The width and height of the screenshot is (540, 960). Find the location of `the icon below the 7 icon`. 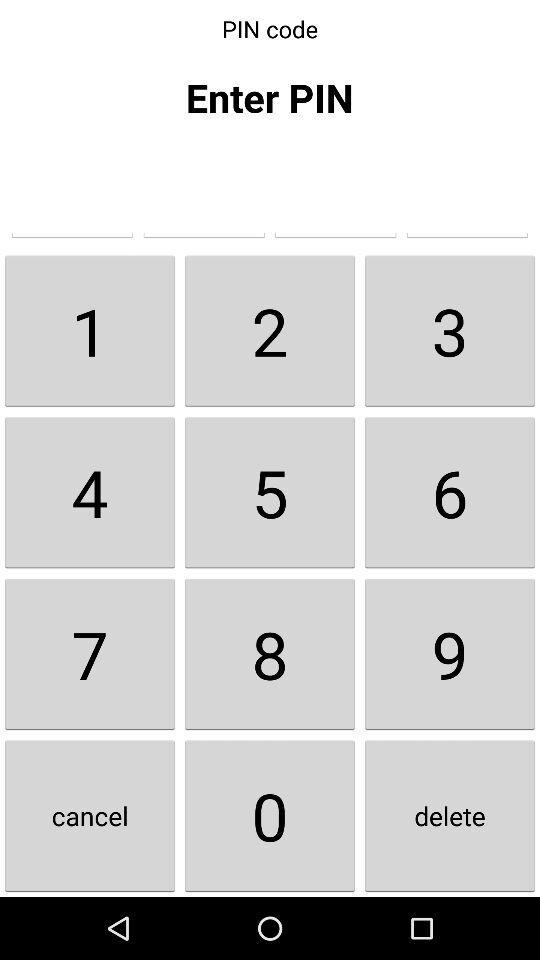

the icon below the 7 icon is located at coordinates (89, 816).